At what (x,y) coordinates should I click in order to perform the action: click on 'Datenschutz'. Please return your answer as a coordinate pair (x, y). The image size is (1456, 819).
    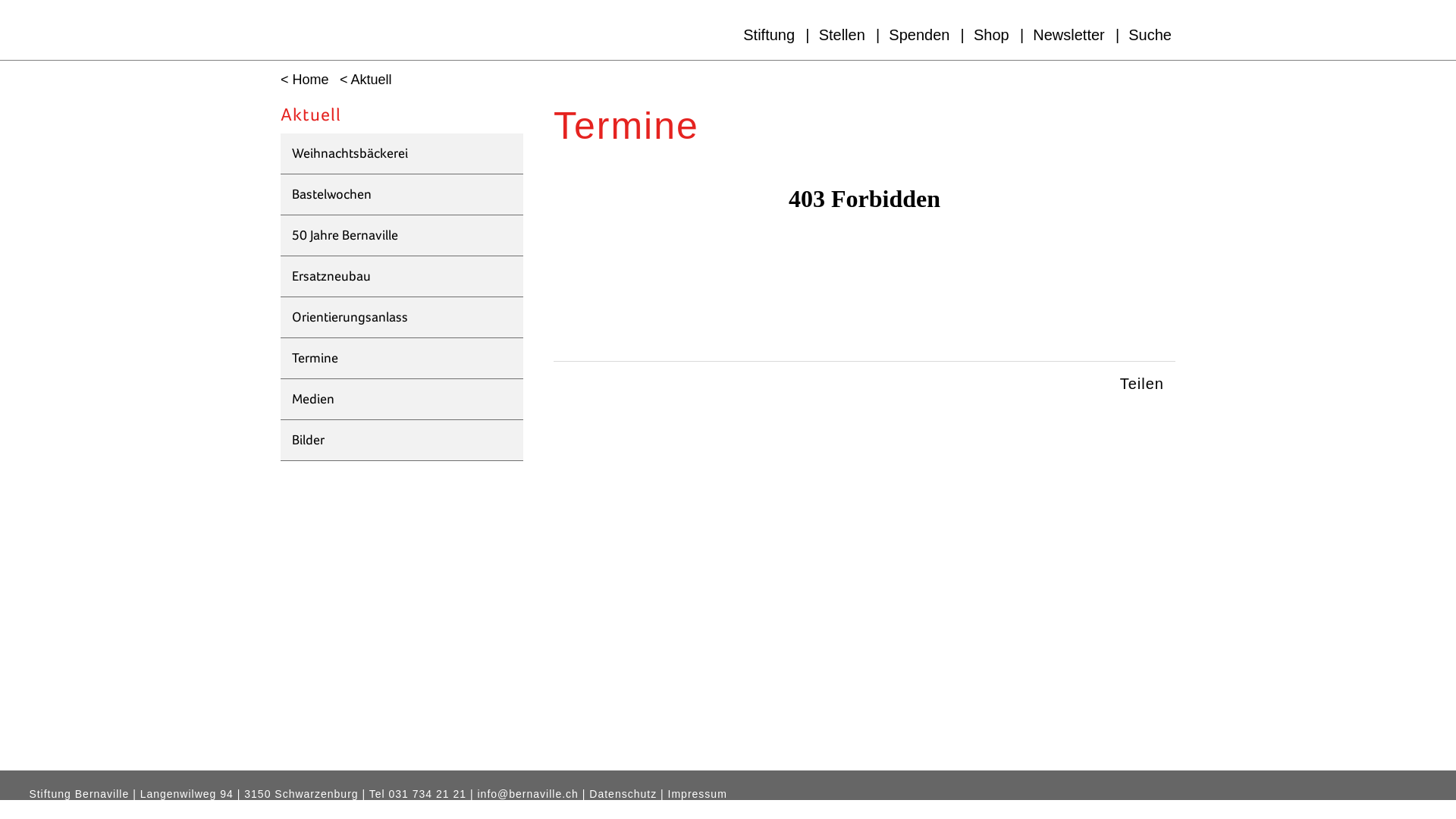
    Looking at the image, I should click on (623, 793).